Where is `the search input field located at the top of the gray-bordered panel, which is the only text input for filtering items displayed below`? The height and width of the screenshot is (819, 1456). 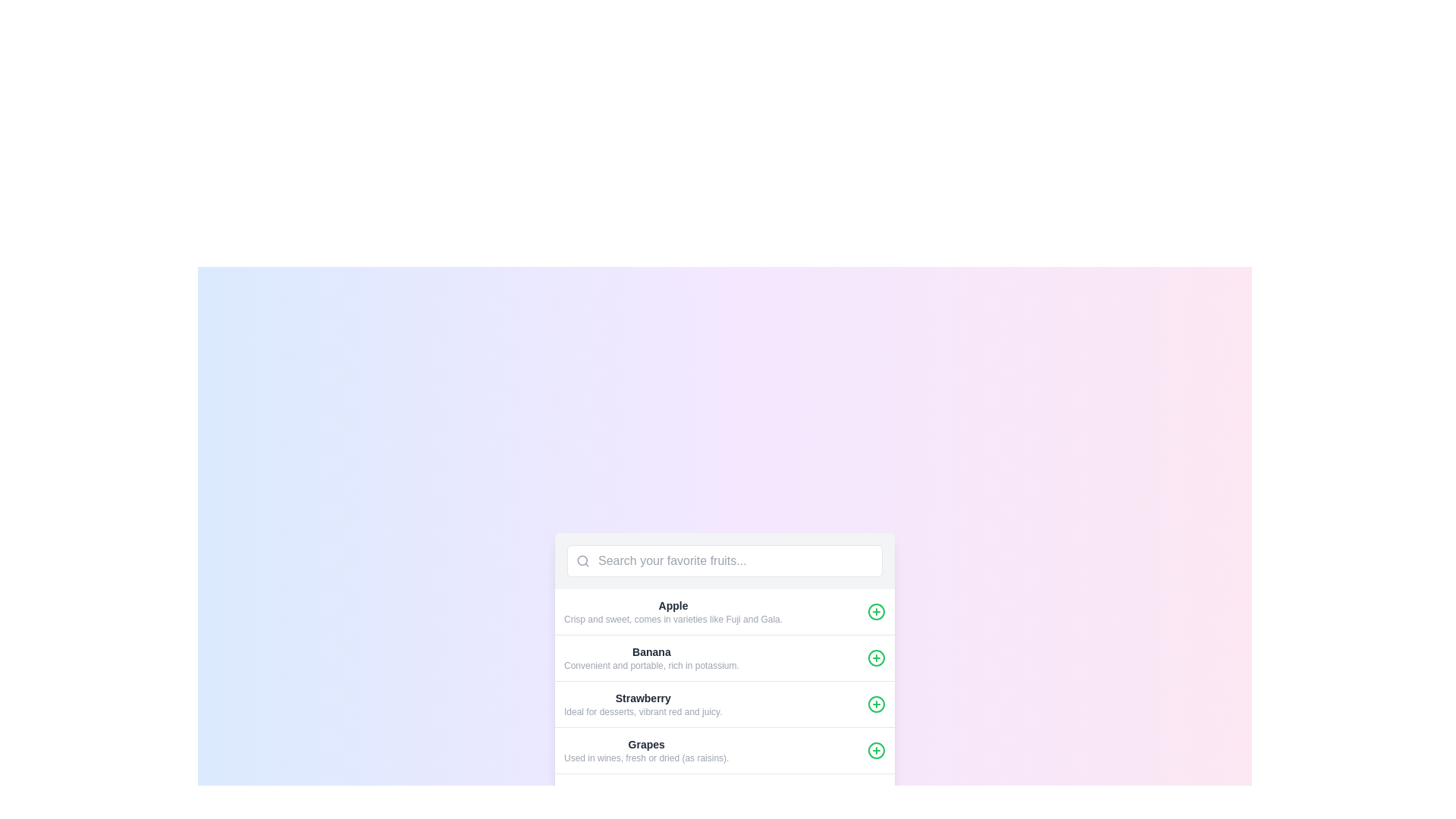
the search input field located at the top of the gray-bordered panel, which is the only text input for filtering items displayed below is located at coordinates (723, 561).